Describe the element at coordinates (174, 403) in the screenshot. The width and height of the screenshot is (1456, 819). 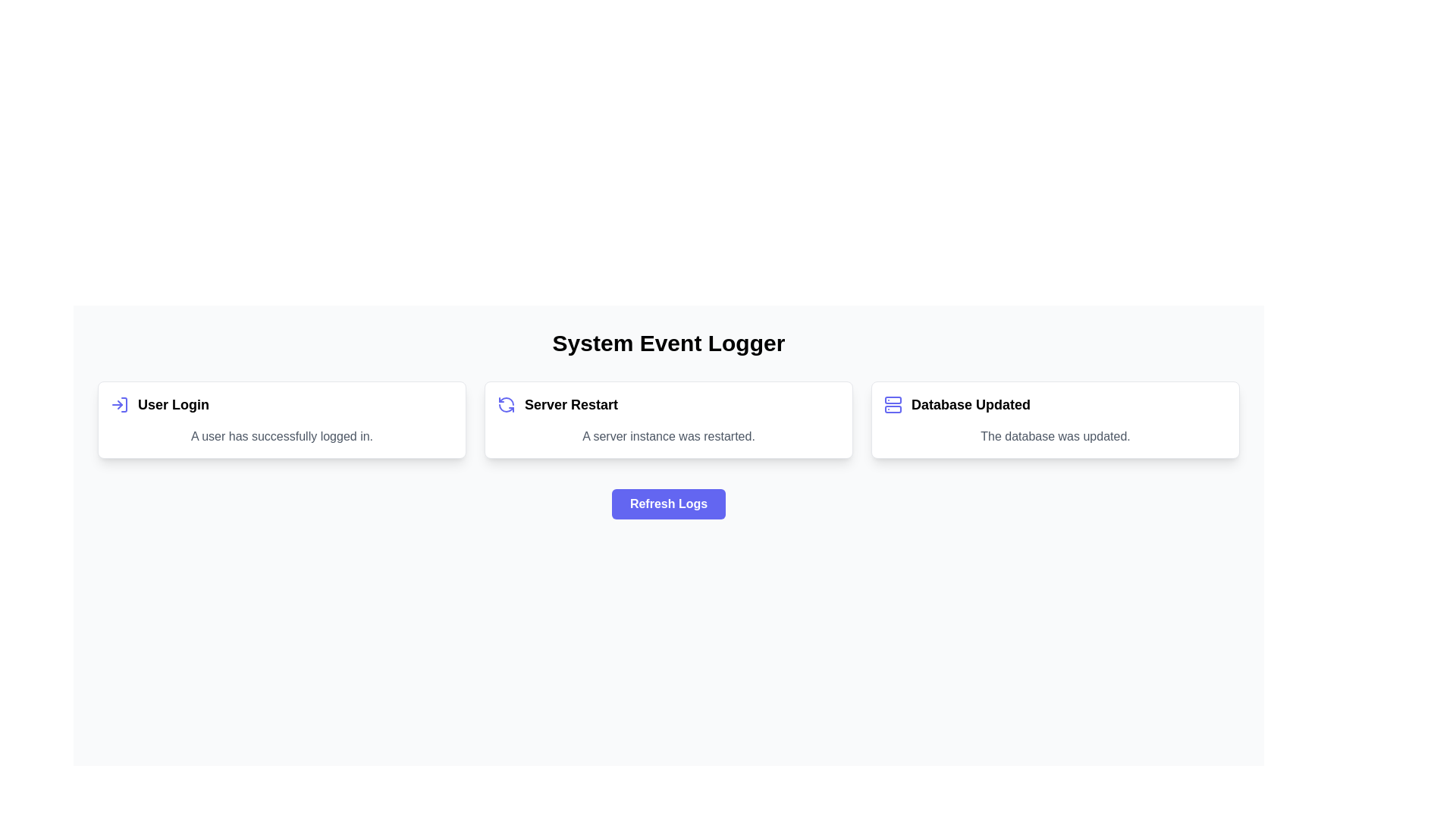
I see `the 'User Login' text label, which is bold and large, positioned to the right of the login icon in the top-left card of the layout` at that location.